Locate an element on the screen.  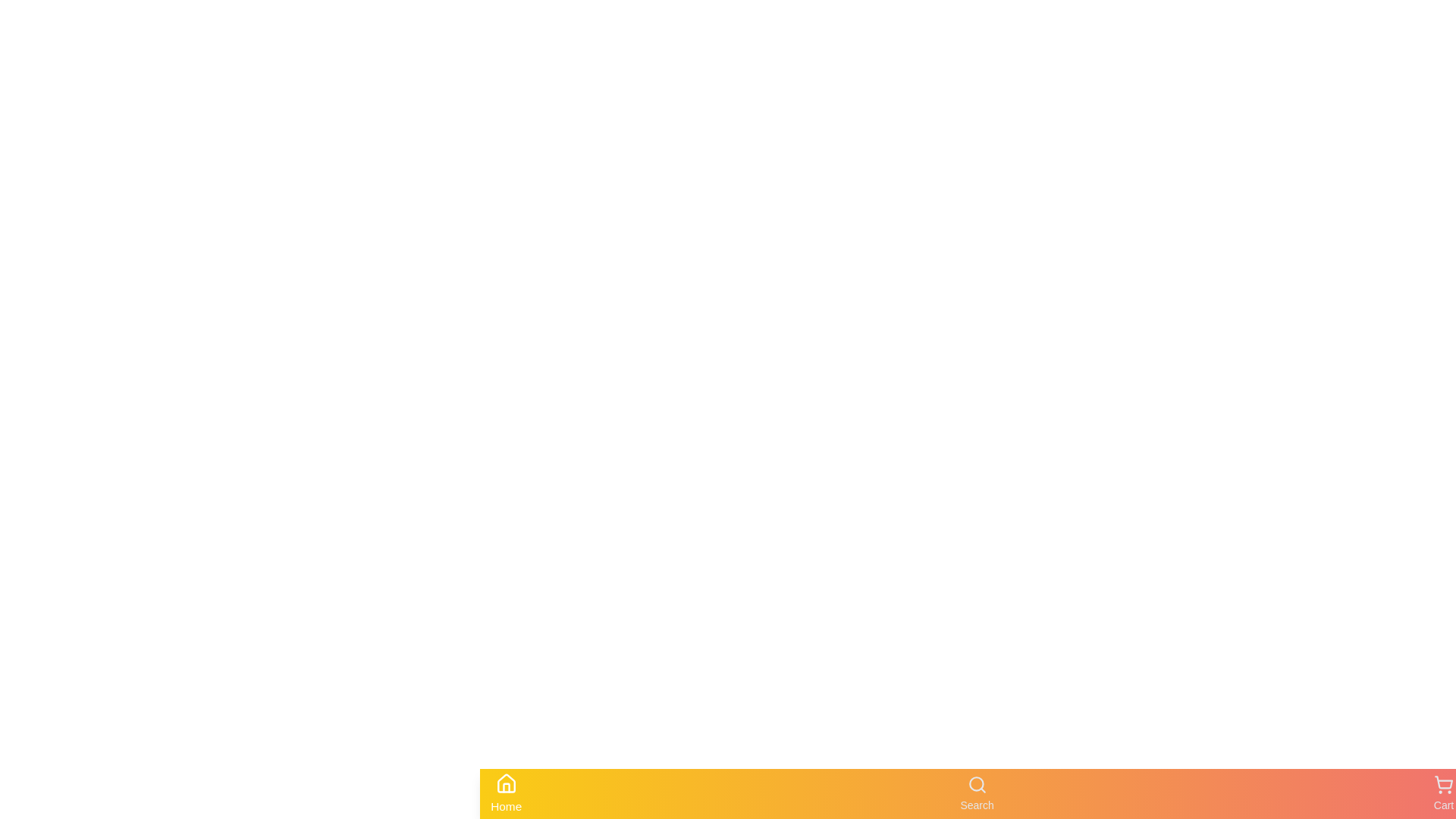
the Search tab to navigate to its section is located at coordinates (976, 792).